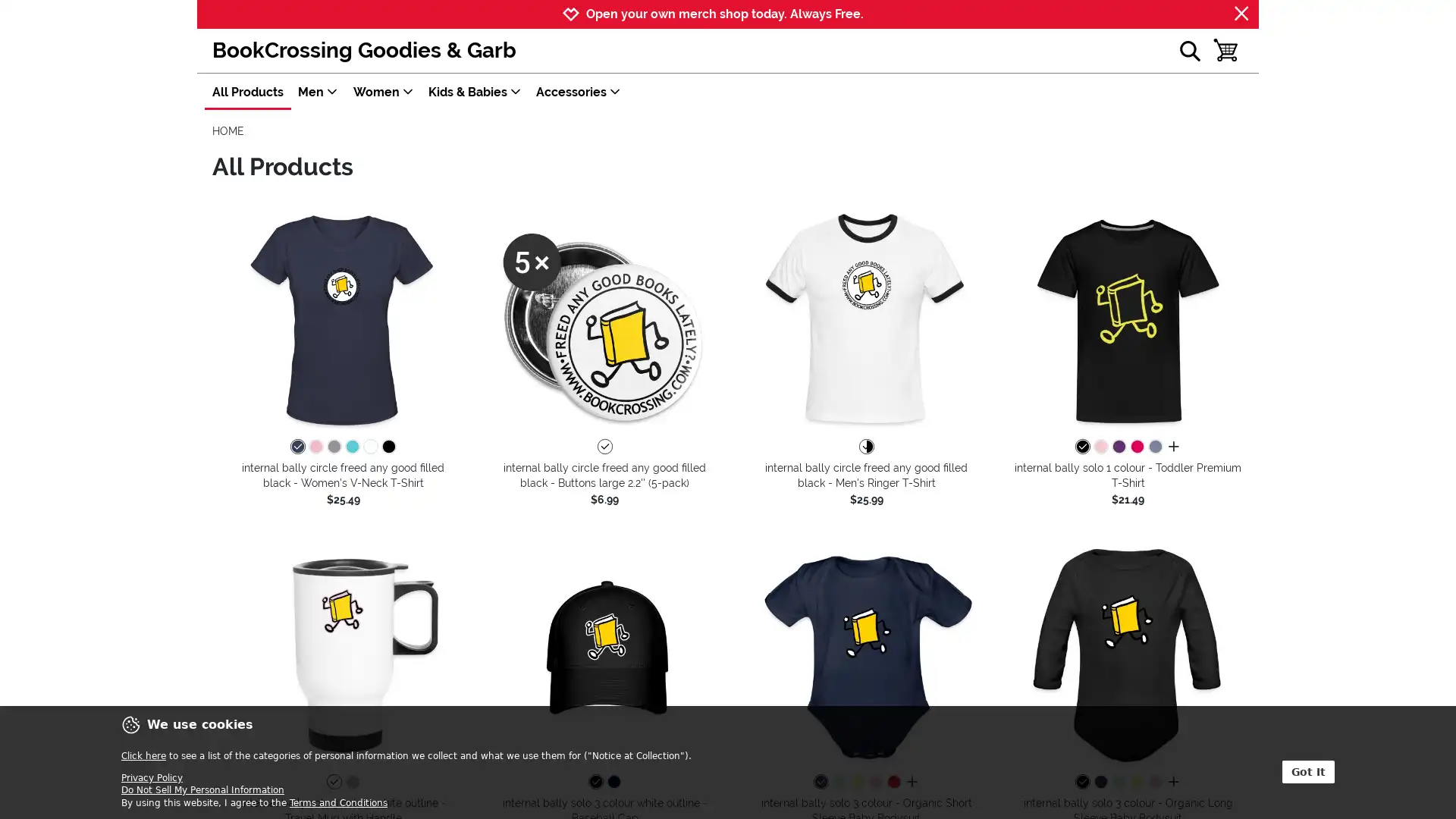 This screenshot has height=819, width=1456. Describe the element at coordinates (603, 447) in the screenshot. I see `white` at that location.